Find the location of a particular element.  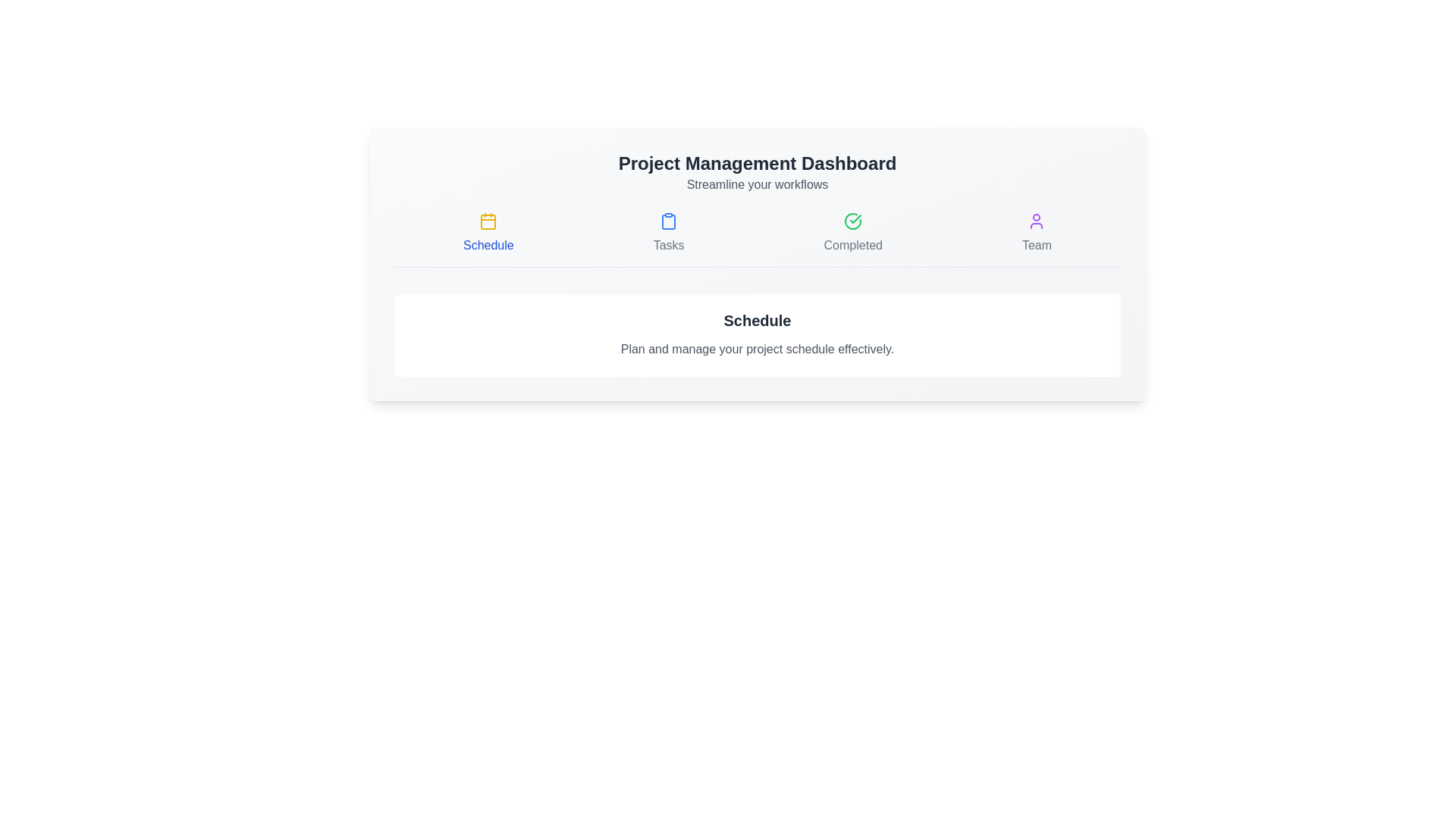

the tab named Tasks is located at coordinates (668, 234).